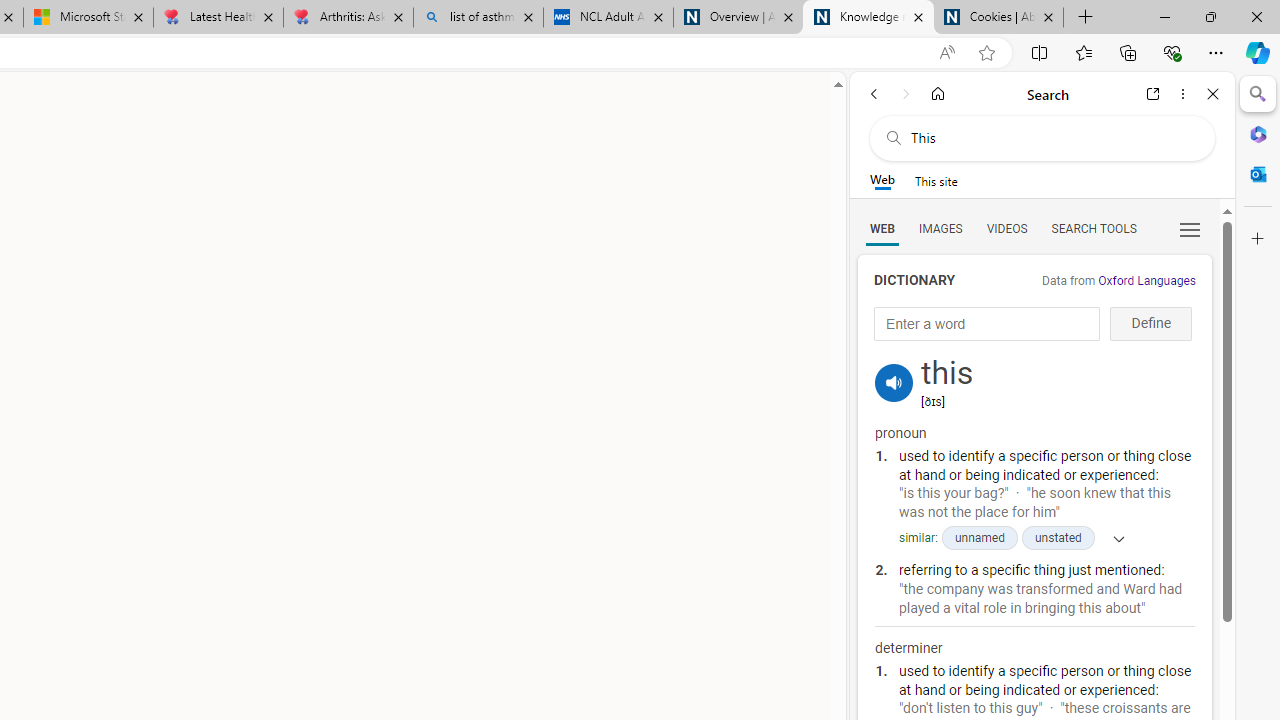 The width and height of the screenshot is (1280, 720). What do you see at coordinates (939, 227) in the screenshot?
I see `'IMAGES'` at bounding box center [939, 227].